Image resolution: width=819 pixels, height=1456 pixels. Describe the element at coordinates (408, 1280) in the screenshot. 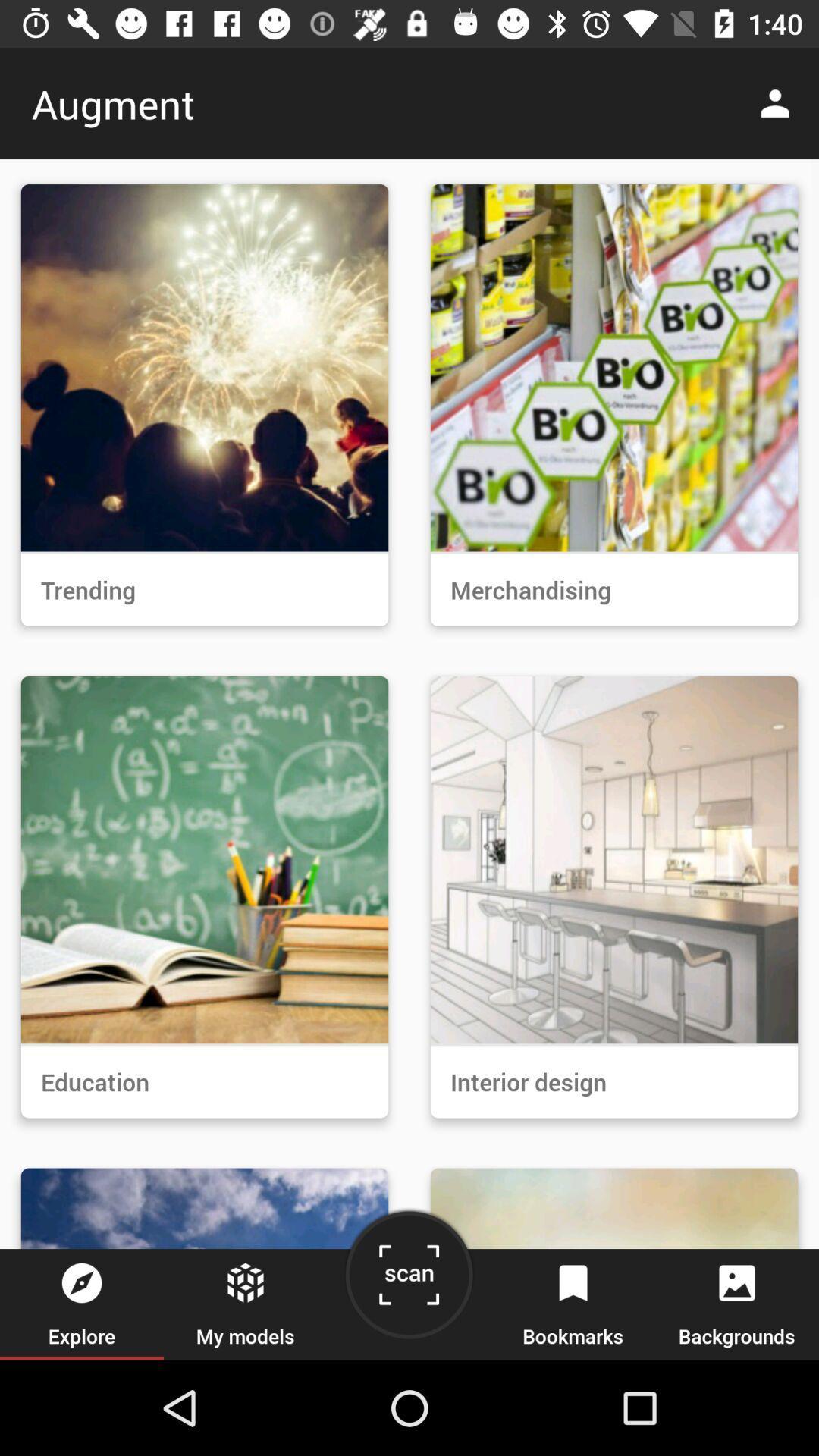

I see `the item next to my models item` at that location.